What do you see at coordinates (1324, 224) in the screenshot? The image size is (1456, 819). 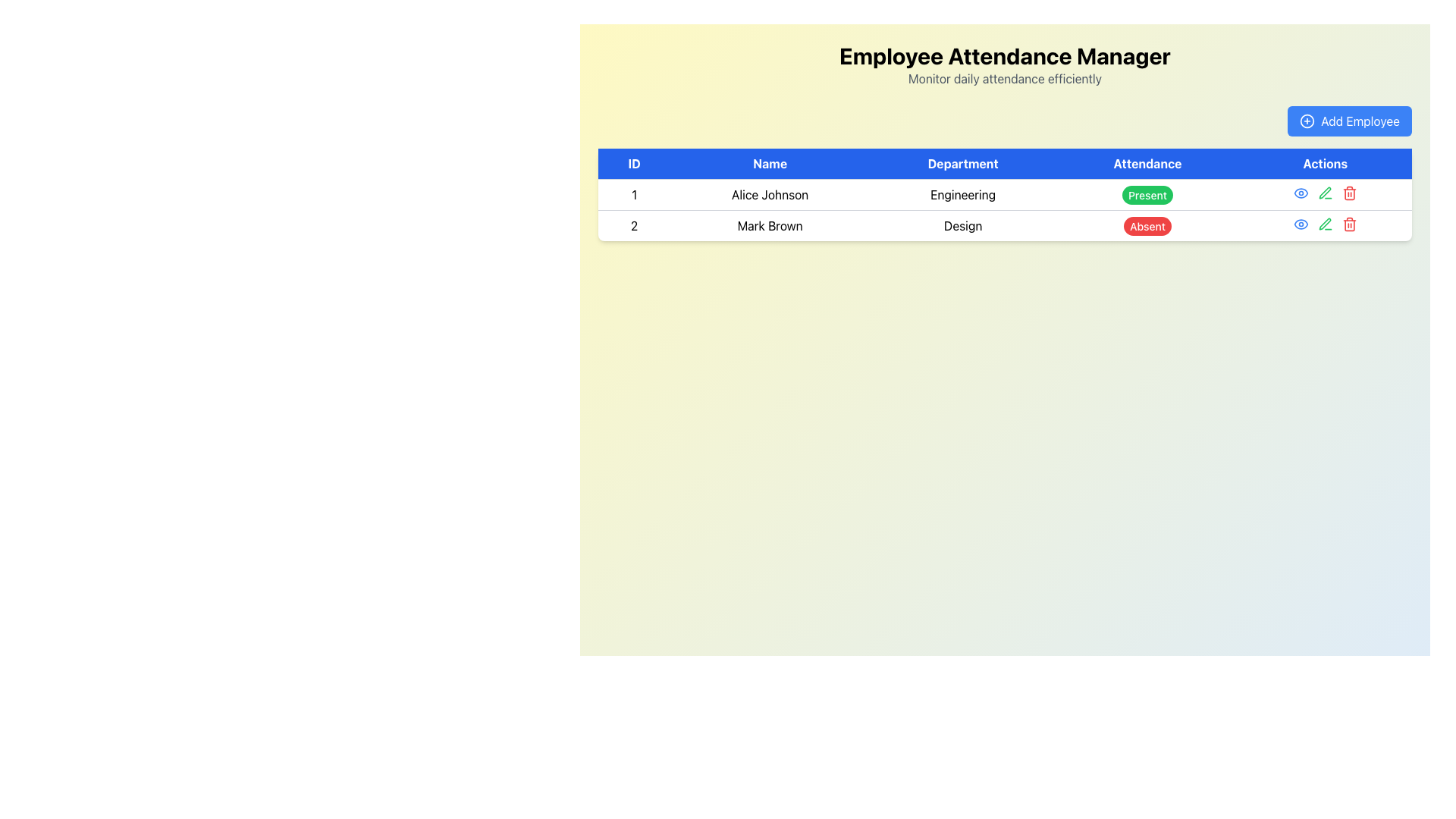 I see `the green pencil icon in the Actions column of the second row` at bounding box center [1324, 224].